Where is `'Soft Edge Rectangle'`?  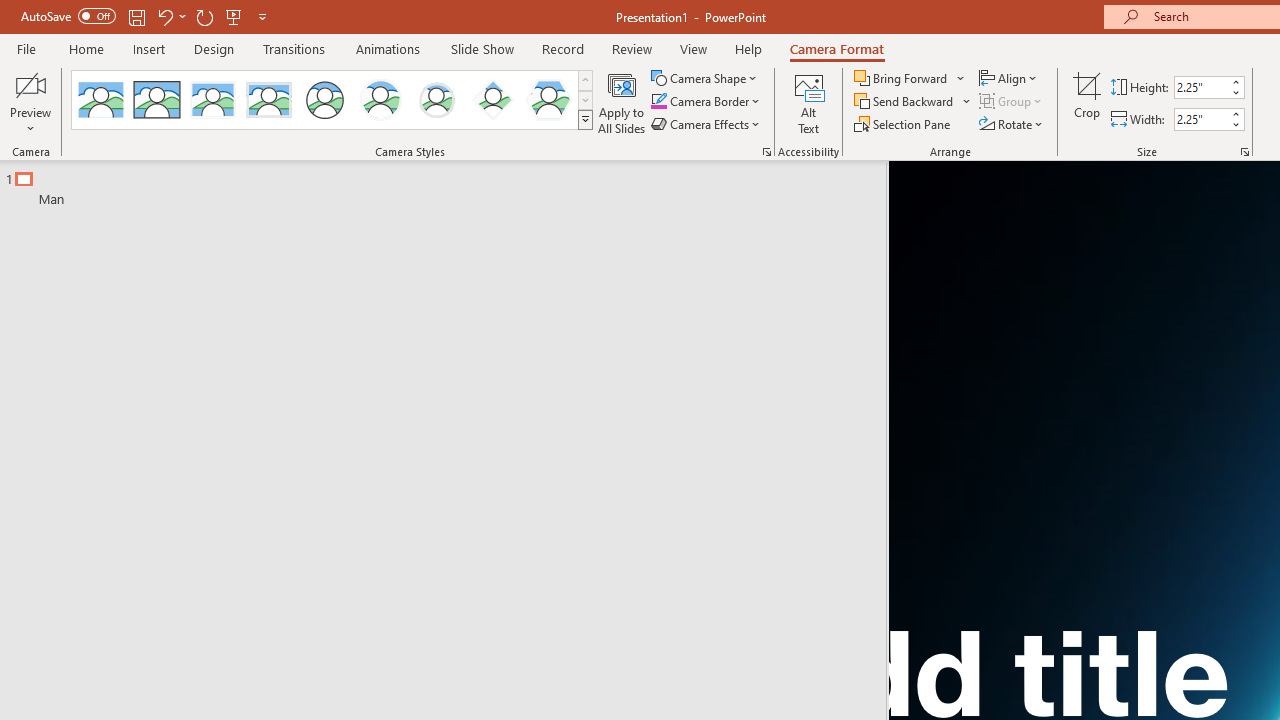
'Soft Edge Rectangle' is located at coordinates (267, 100).